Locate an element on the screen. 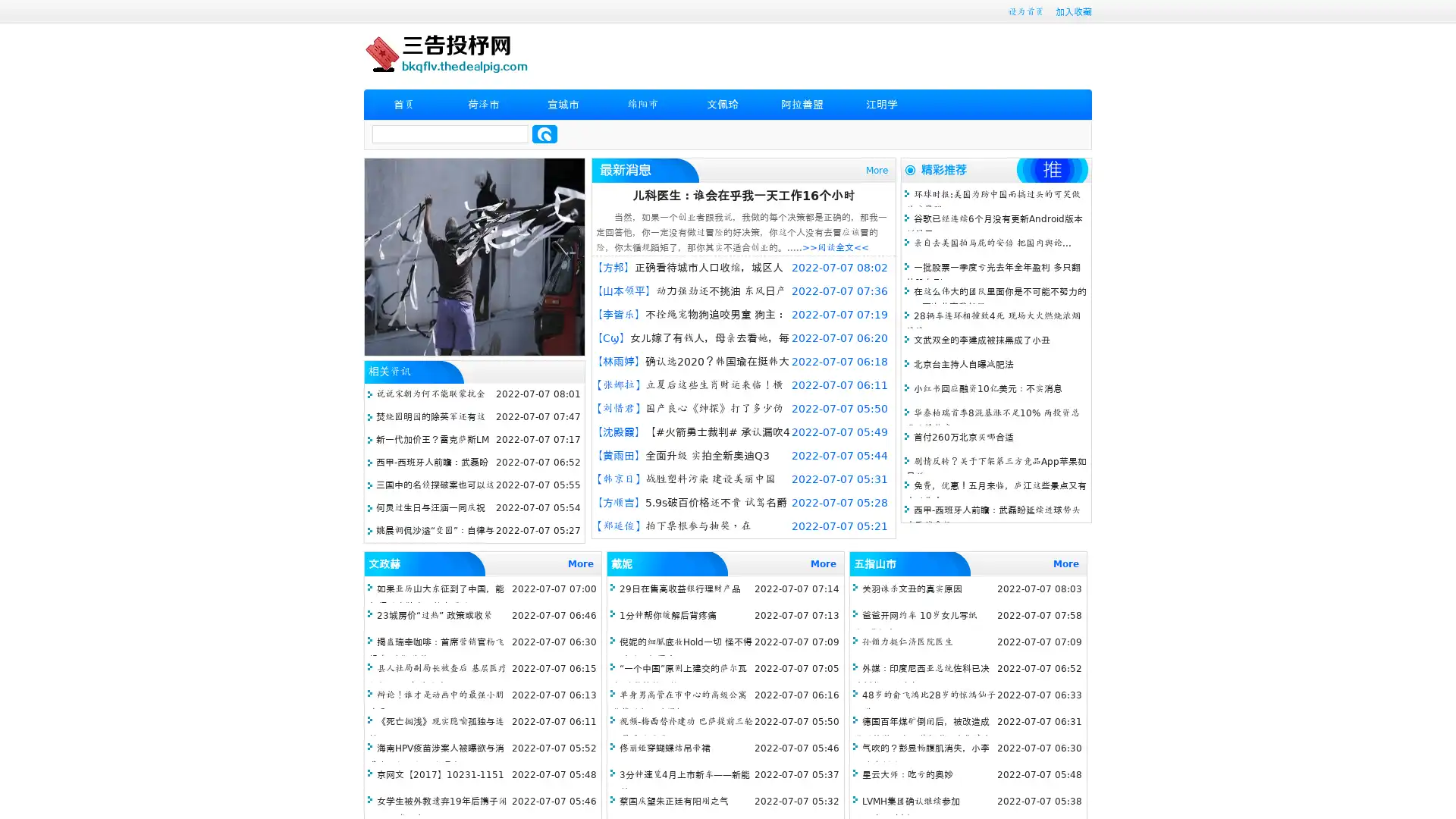 The height and width of the screenshot is (819, 1456). Search is located at coordinates (544, 133).